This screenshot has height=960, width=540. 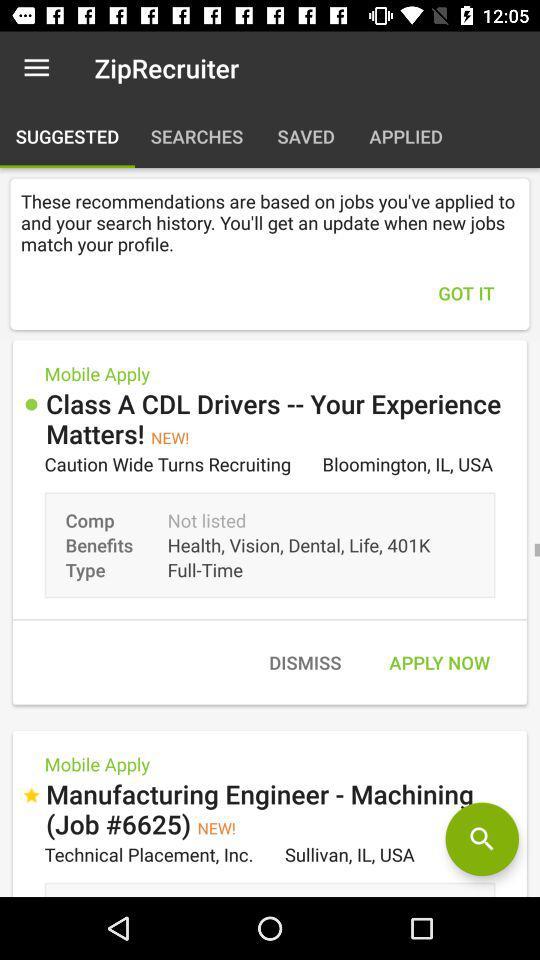 I want to click on the item to the right of sullivan, il, usa icon, so click(x=481, y=839).